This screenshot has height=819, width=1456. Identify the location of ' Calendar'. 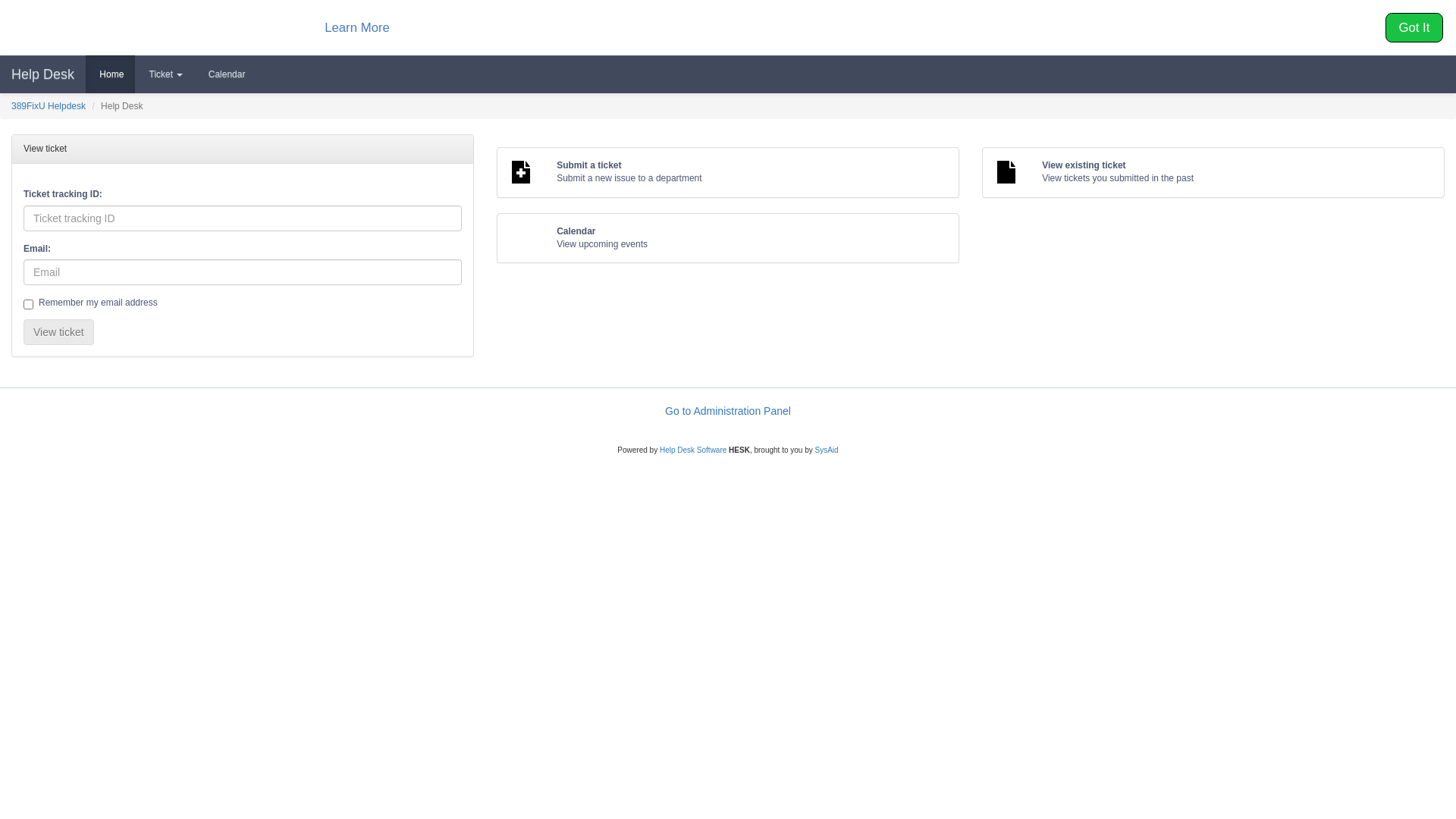
(224, 74).